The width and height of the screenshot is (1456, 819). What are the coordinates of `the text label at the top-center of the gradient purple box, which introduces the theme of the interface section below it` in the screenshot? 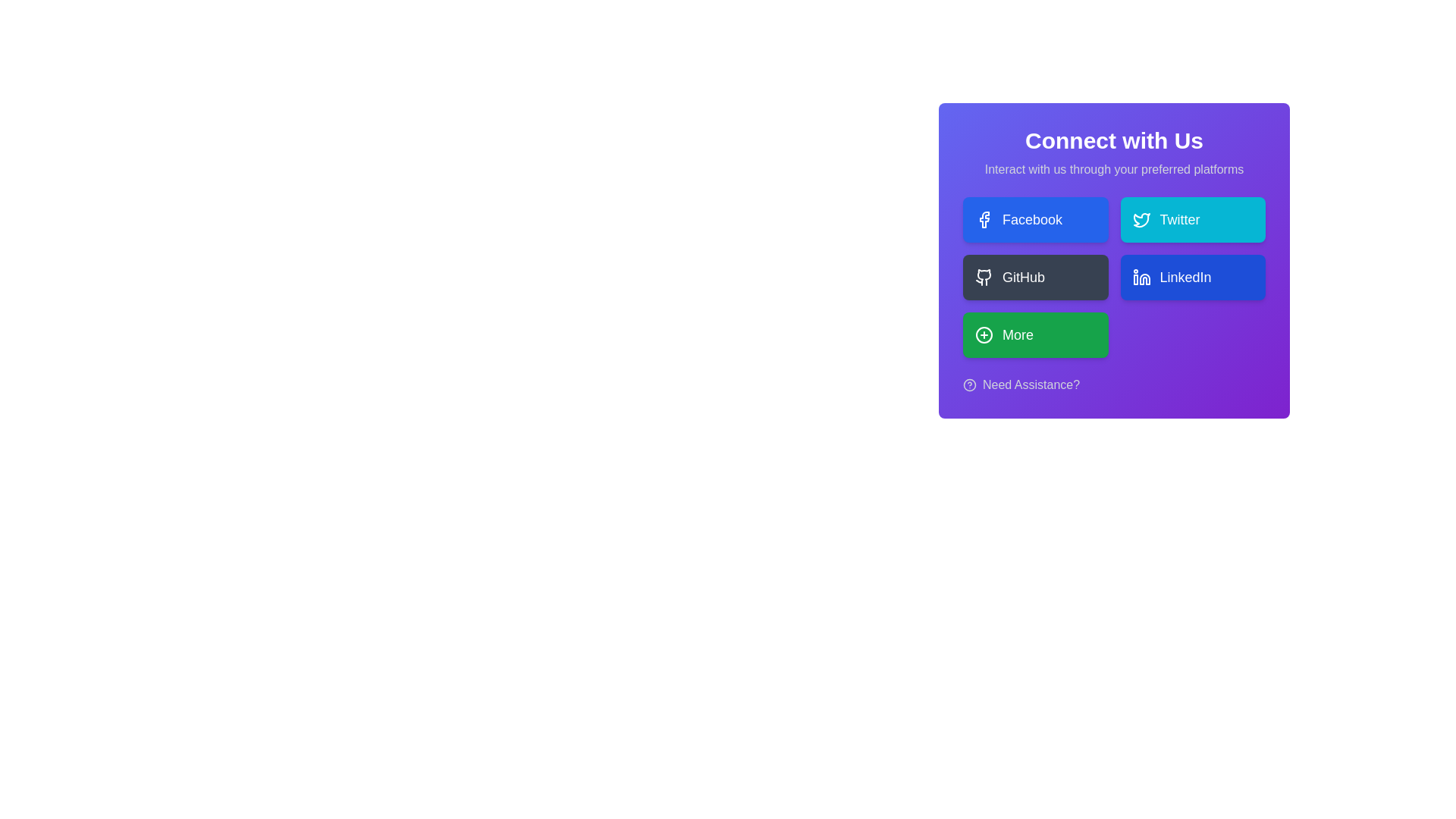 It's located at (1114, 140).